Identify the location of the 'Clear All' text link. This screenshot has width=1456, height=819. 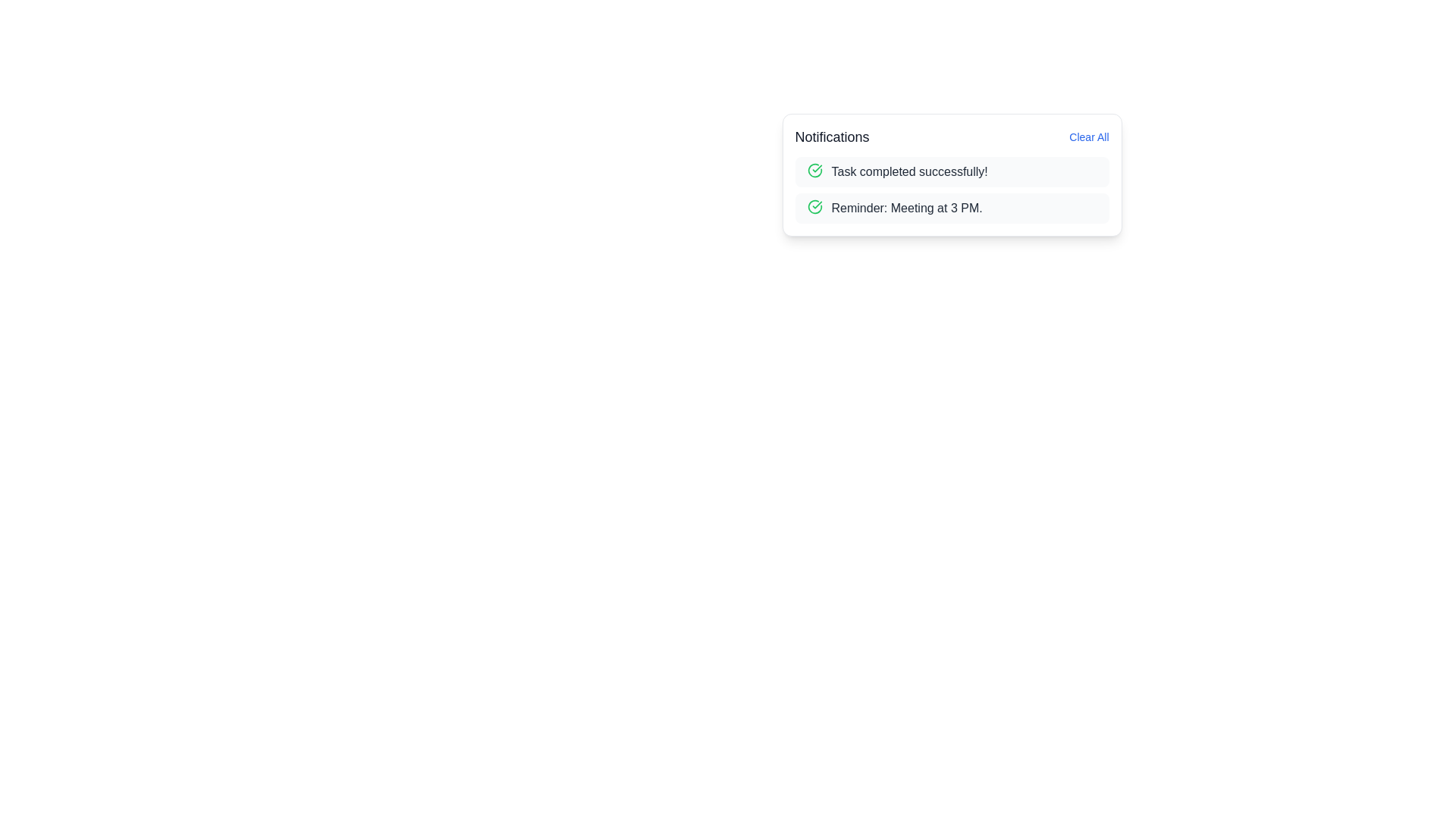
(1088, 137).